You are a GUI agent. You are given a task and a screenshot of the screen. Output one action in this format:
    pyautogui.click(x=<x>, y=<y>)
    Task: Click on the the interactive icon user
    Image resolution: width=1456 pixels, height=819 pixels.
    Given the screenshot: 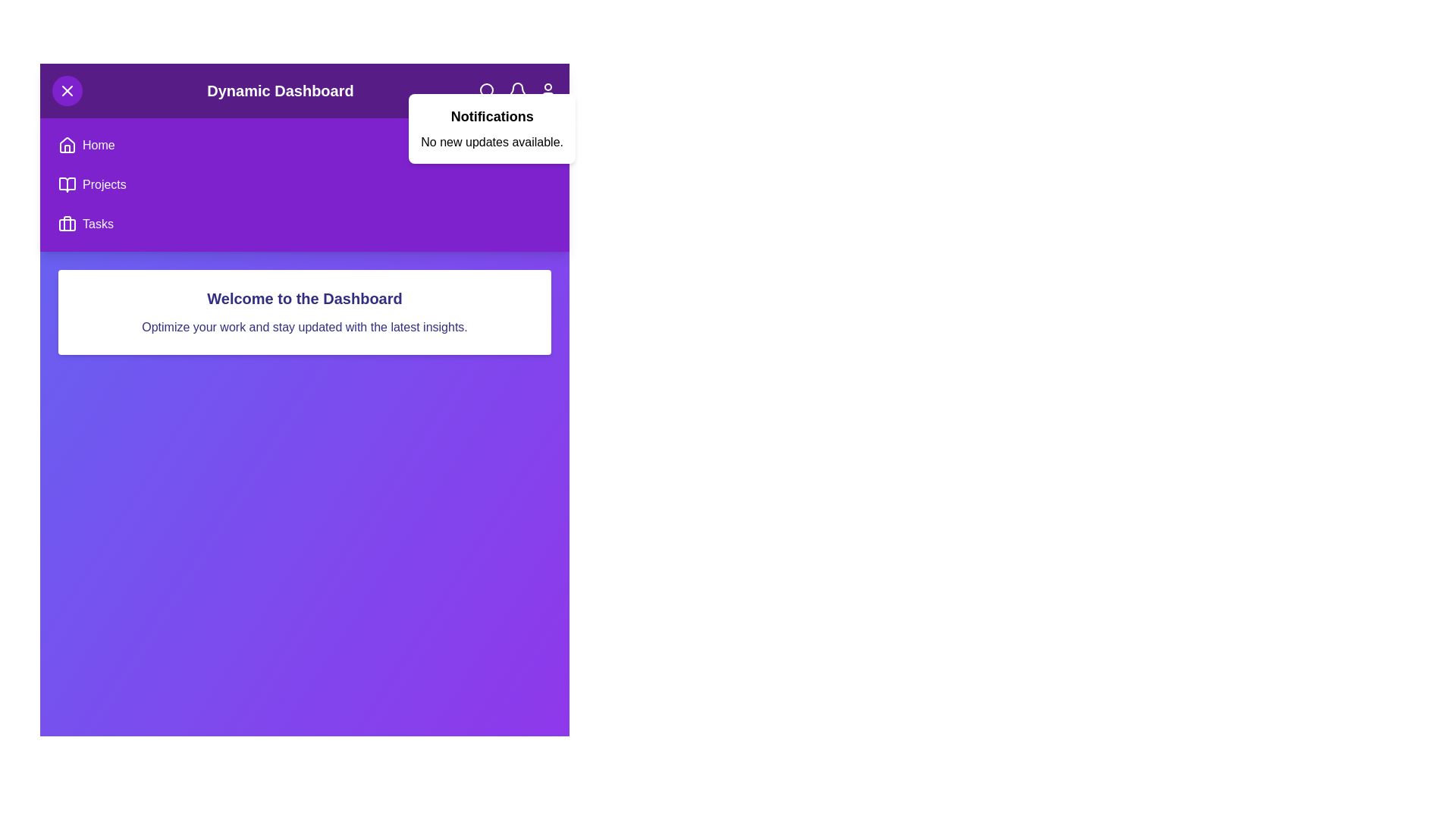 What is the action you would take?
    pyautogui.click(x=546, y=90)
    